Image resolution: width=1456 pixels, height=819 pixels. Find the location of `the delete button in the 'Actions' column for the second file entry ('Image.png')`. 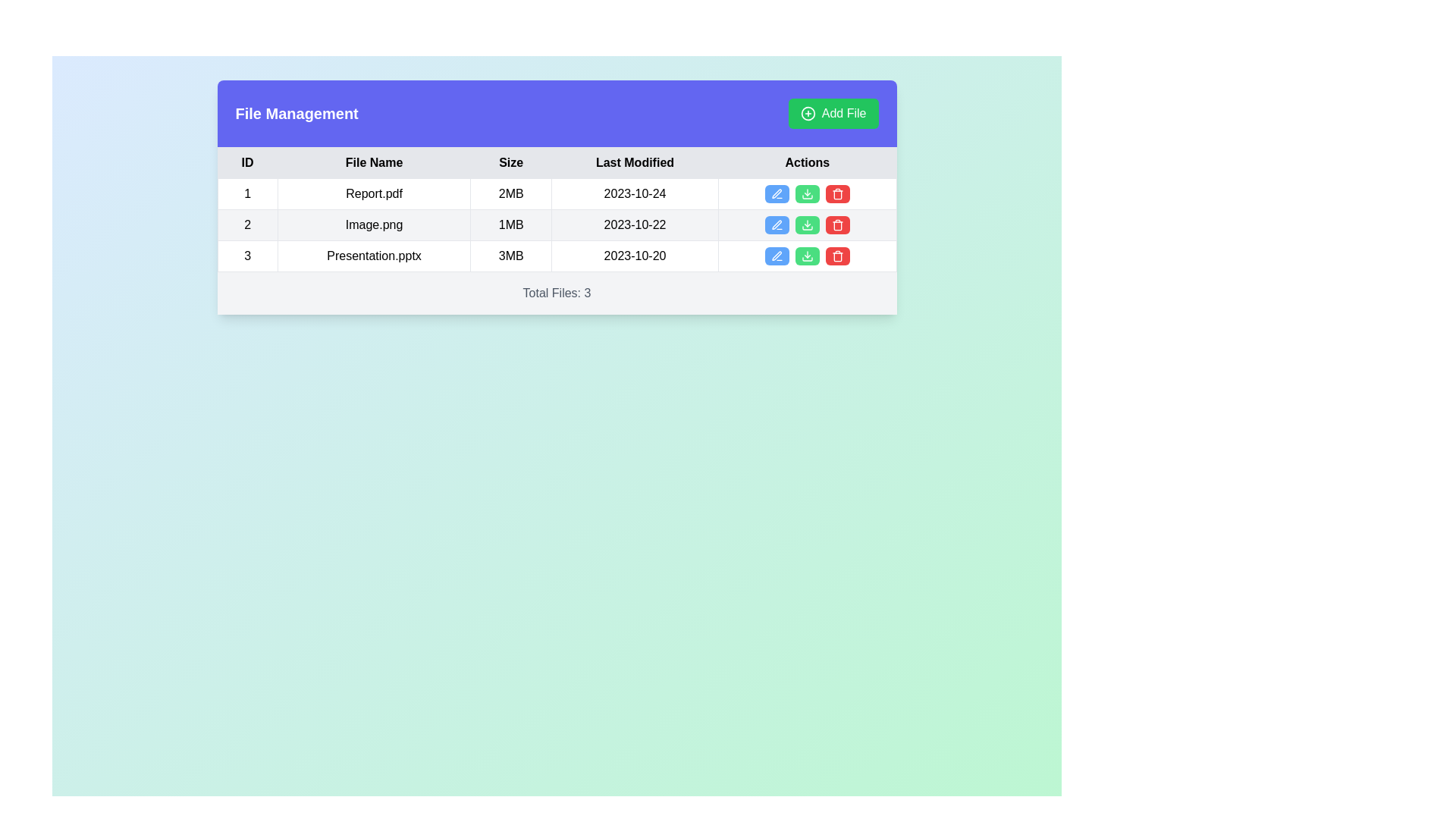

the delete button in the 'Actions' column for the second file entry ('Image.png') is located at coordinates (836, 225).